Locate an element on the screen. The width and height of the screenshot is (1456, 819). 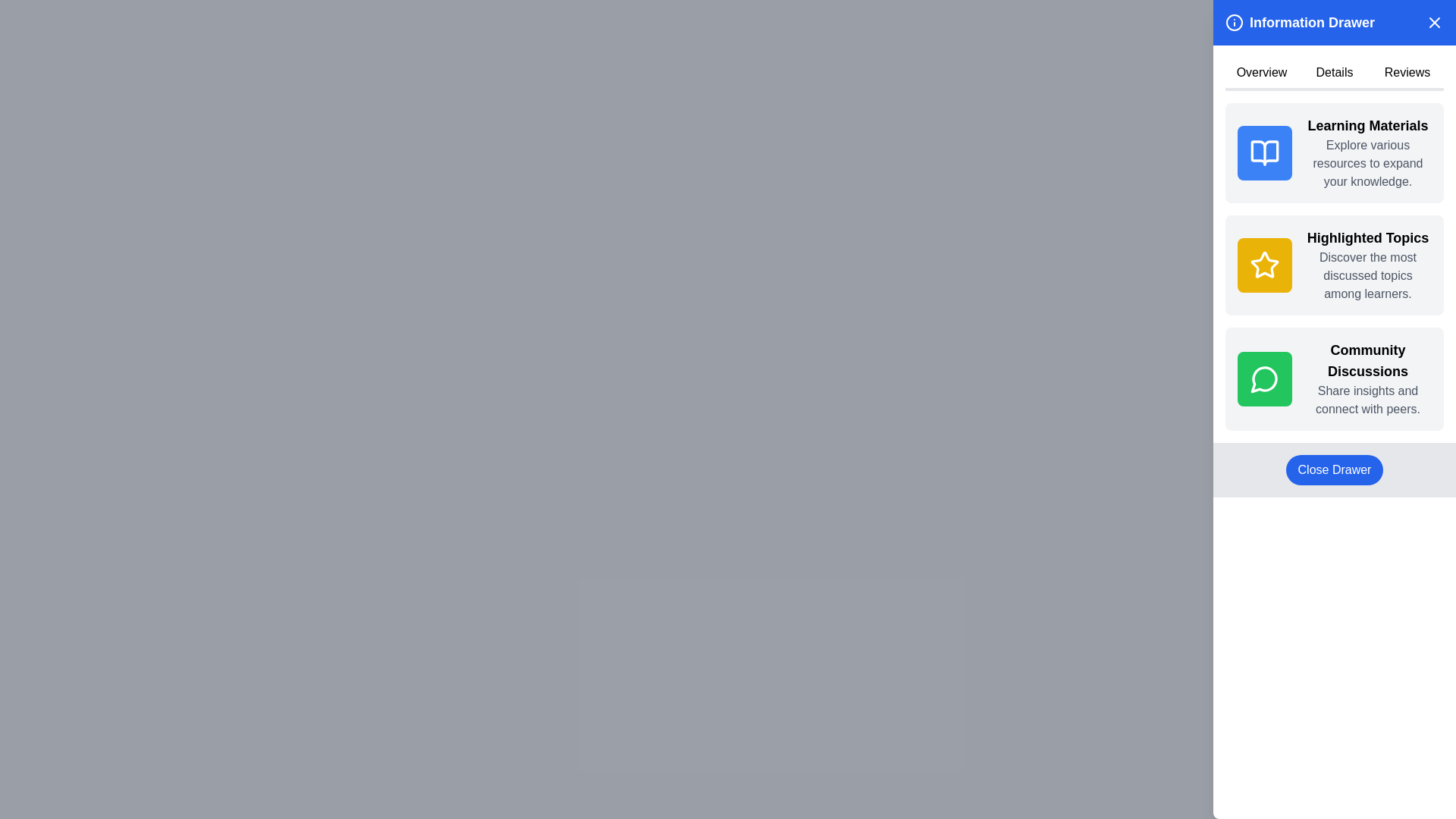
the Text and description block that provides information about the 'Highlighted Topics' feature, located in the right-side panel under the 'Highlighted Topics' section, specifically the second card in the vertical list is located at coordinates (1368, 265).